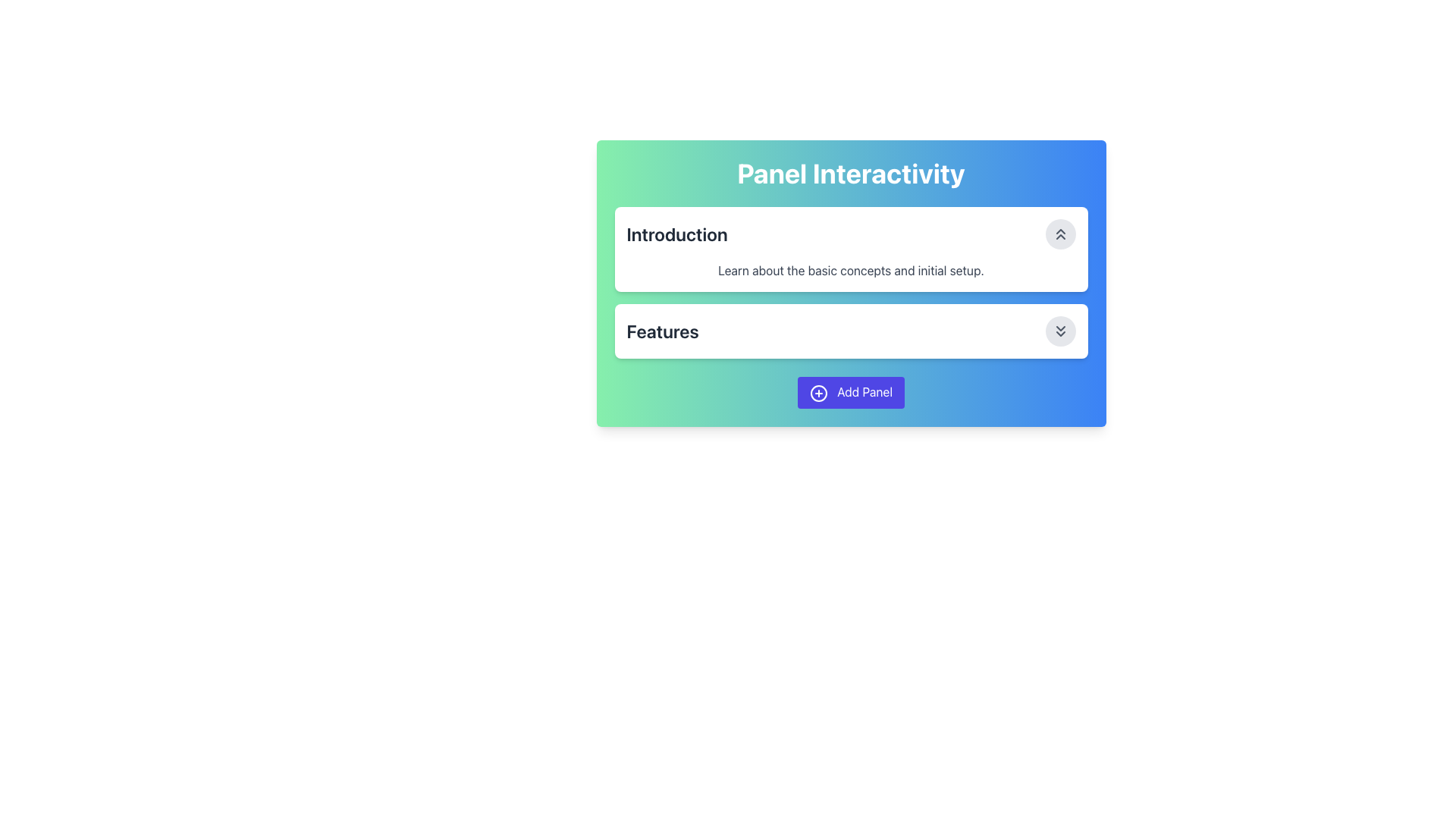 Image resolution: width=1456 pixels, height=819 pixels. Describe the element at coordinates (851, 172) in the screenshot. I see `the Text Label at the top of the gradient rectangular panel, which serves as the title for the content below it` at that location.